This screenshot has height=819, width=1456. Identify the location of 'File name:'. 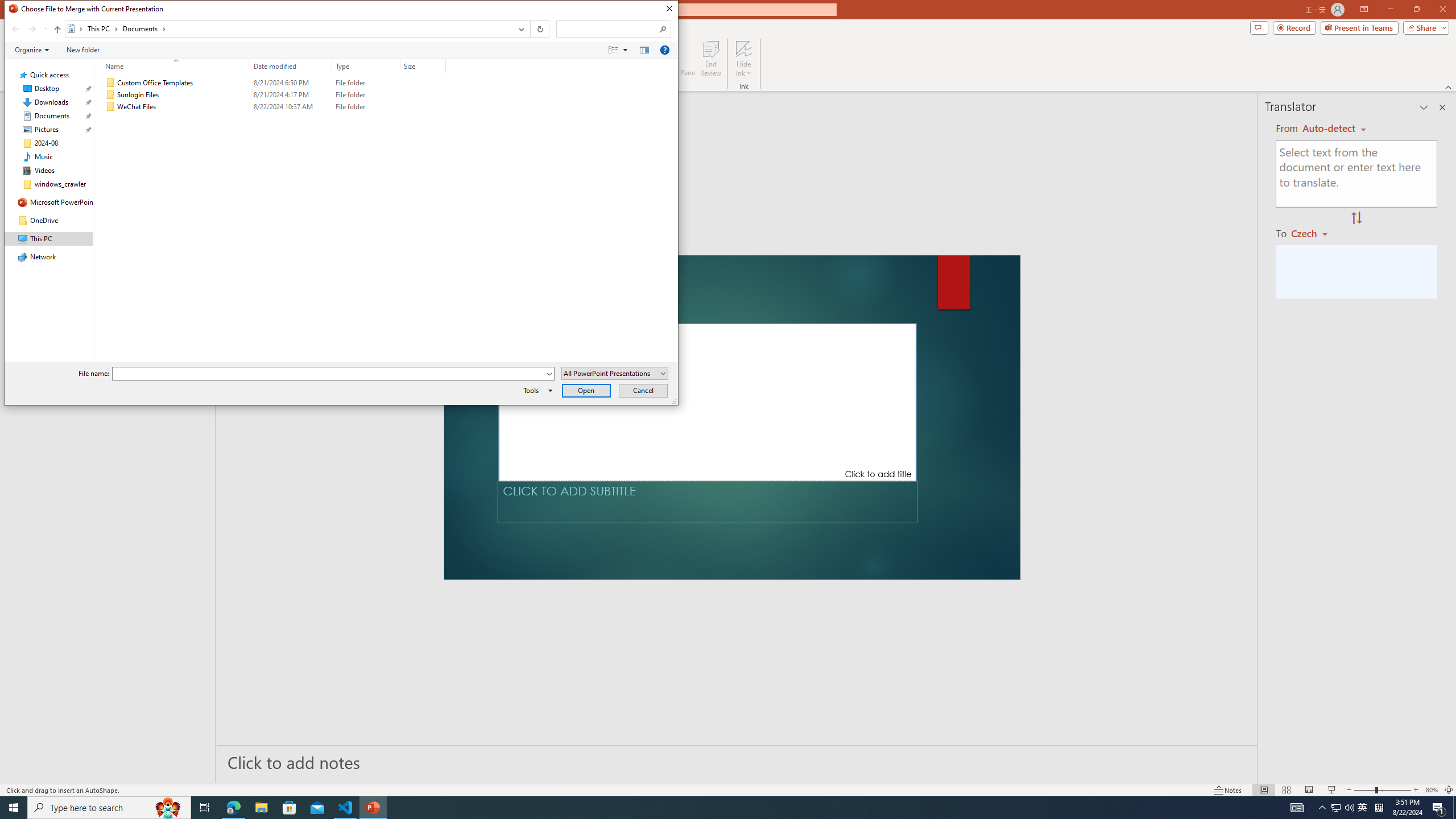
(333, 373).